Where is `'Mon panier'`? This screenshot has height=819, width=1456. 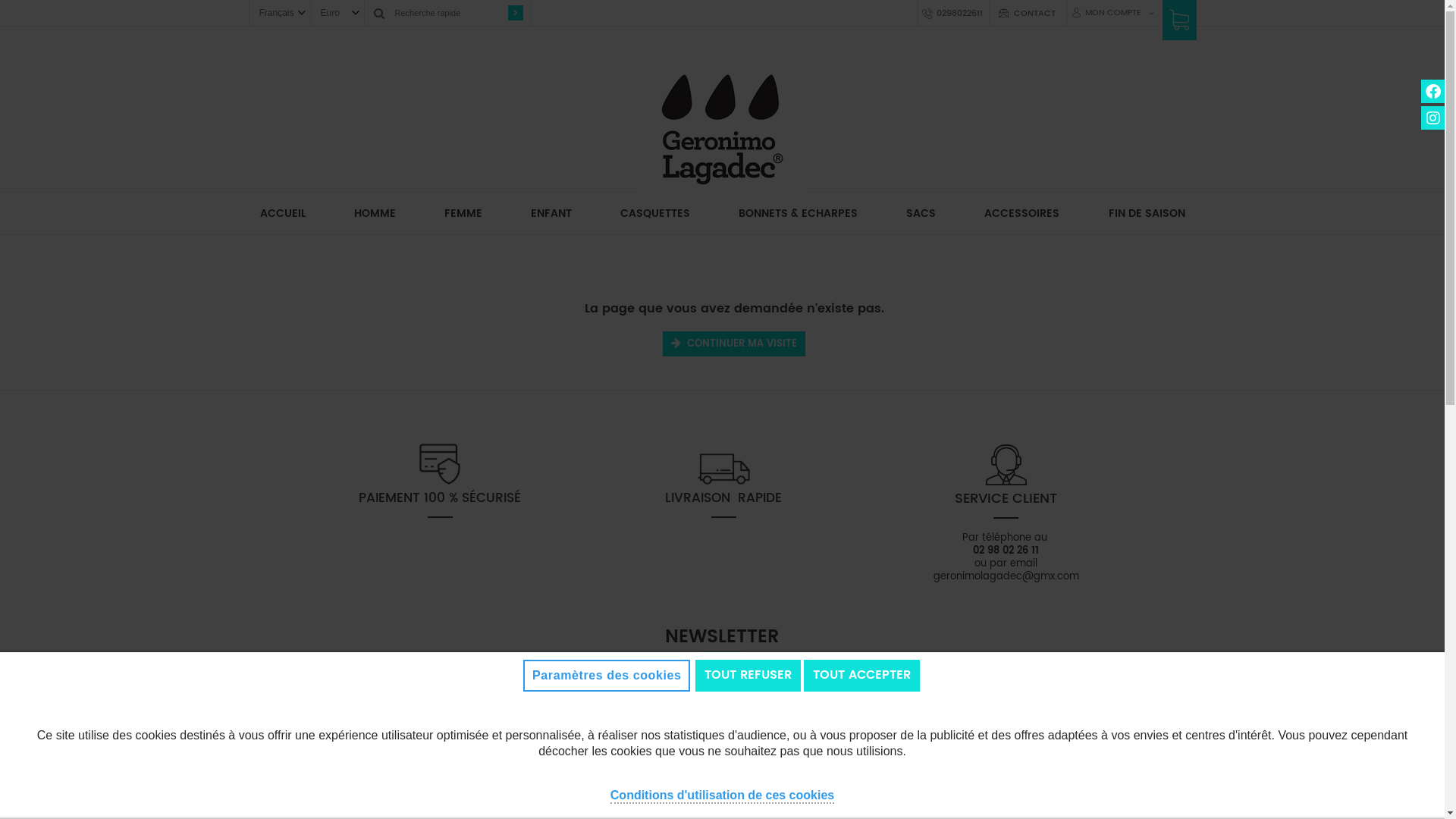
'Mon panier' is located at coordinates (1178, 26).